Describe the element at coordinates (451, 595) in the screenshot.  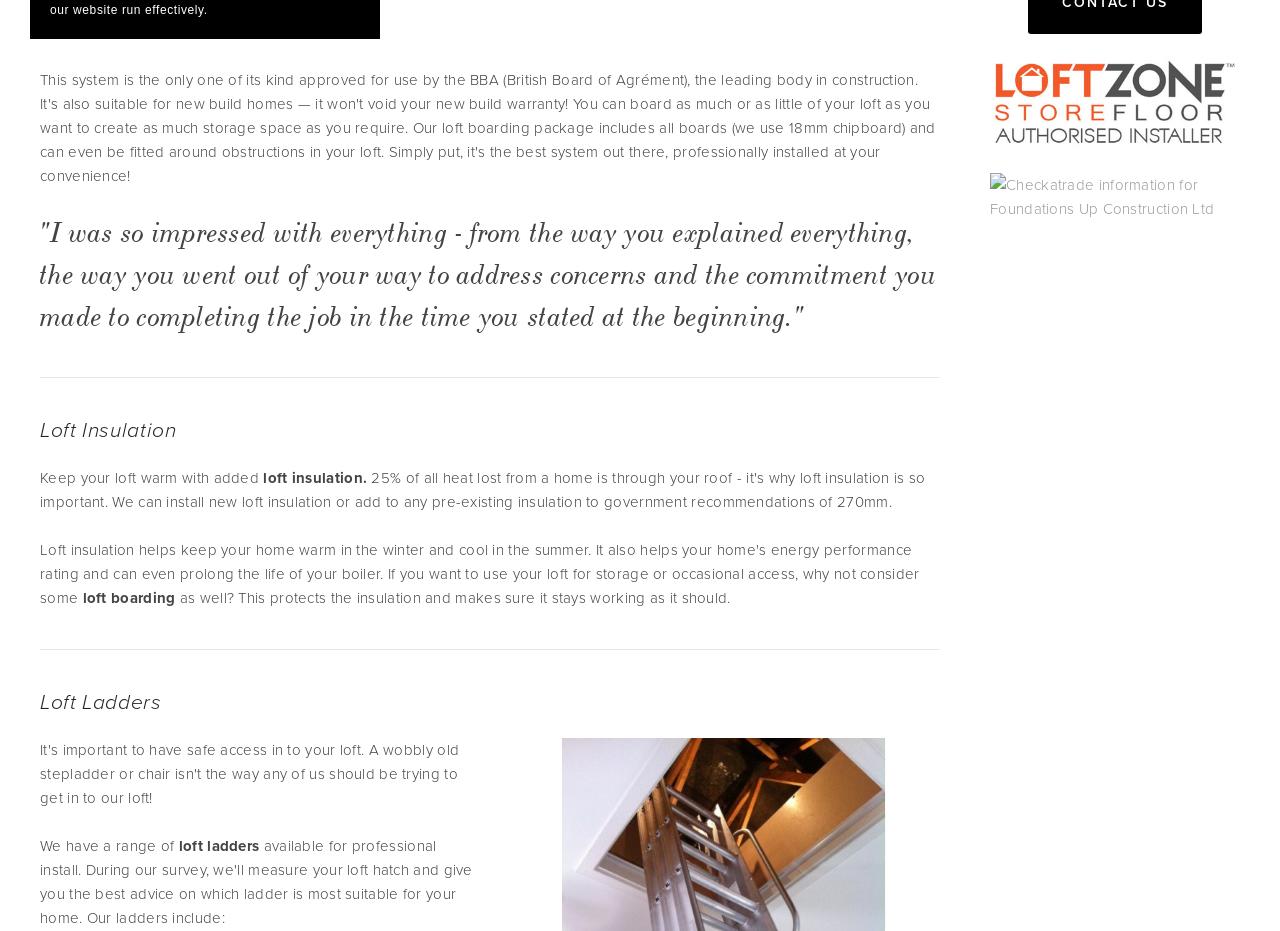
I see `'as well? This protects the insulation and makes sure it stays working as it should.'` at that location.